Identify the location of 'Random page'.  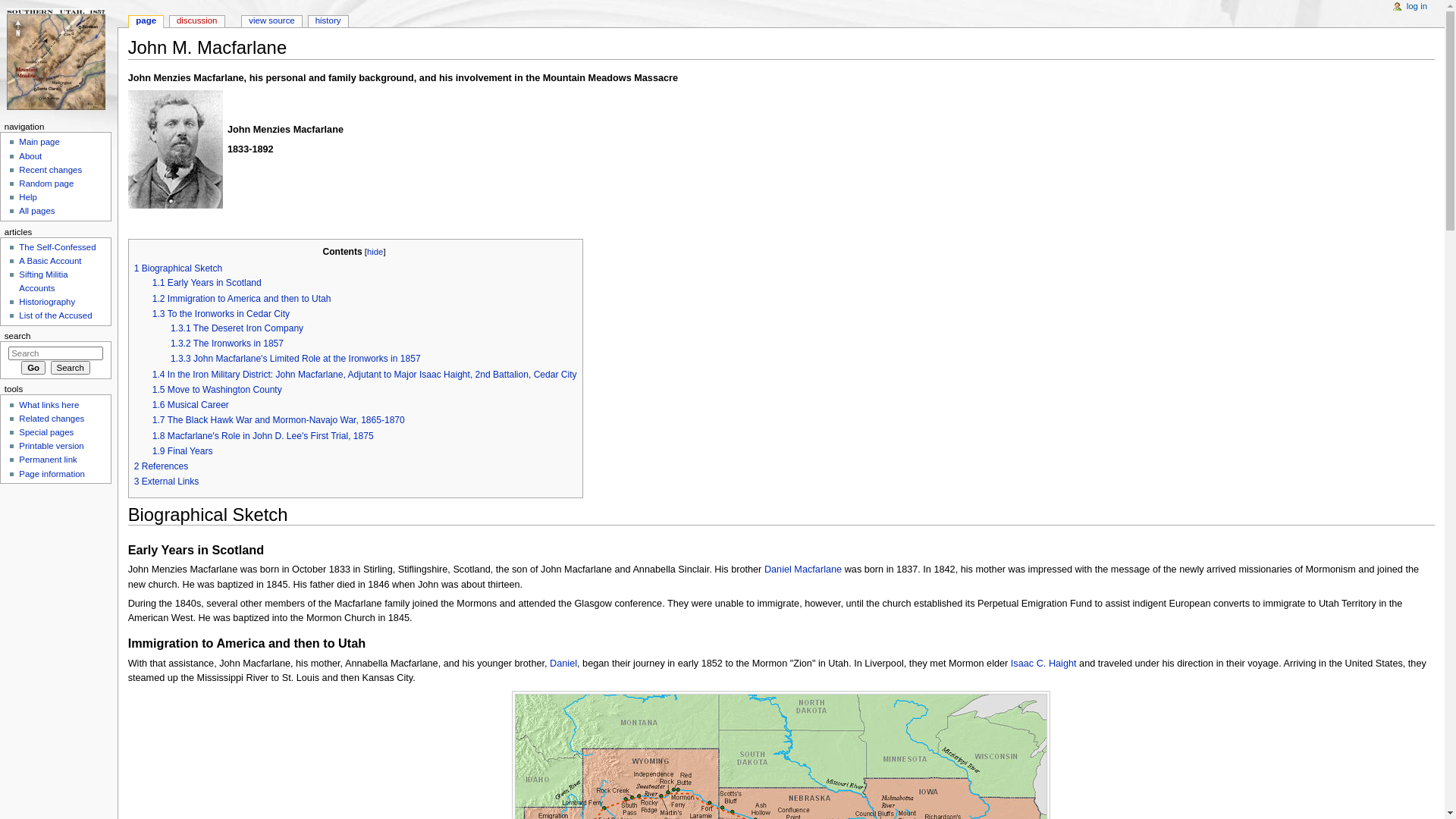
(46, 183).